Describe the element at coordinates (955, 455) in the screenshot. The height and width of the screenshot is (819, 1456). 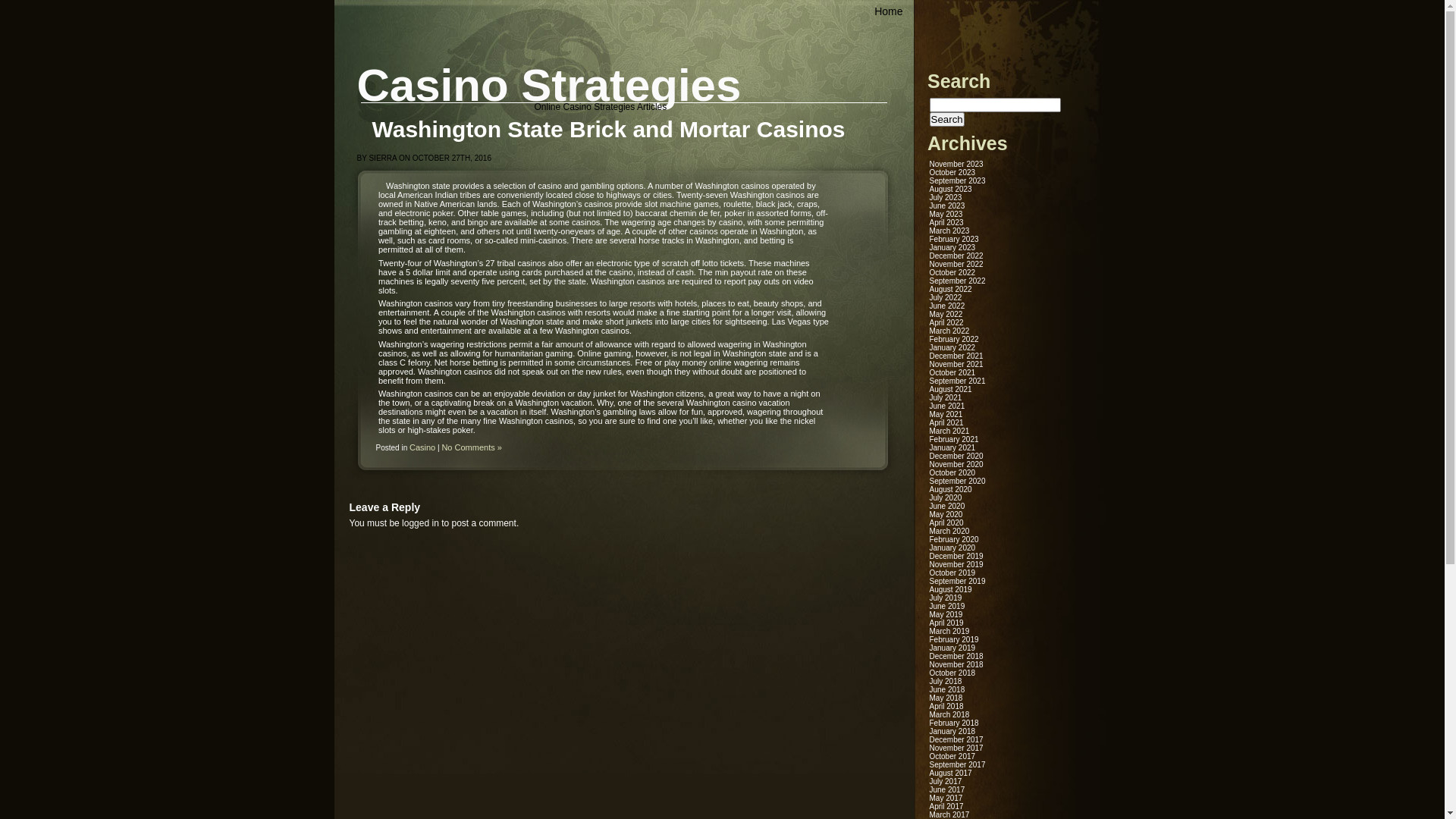
I see `'December 2020'` at that location.